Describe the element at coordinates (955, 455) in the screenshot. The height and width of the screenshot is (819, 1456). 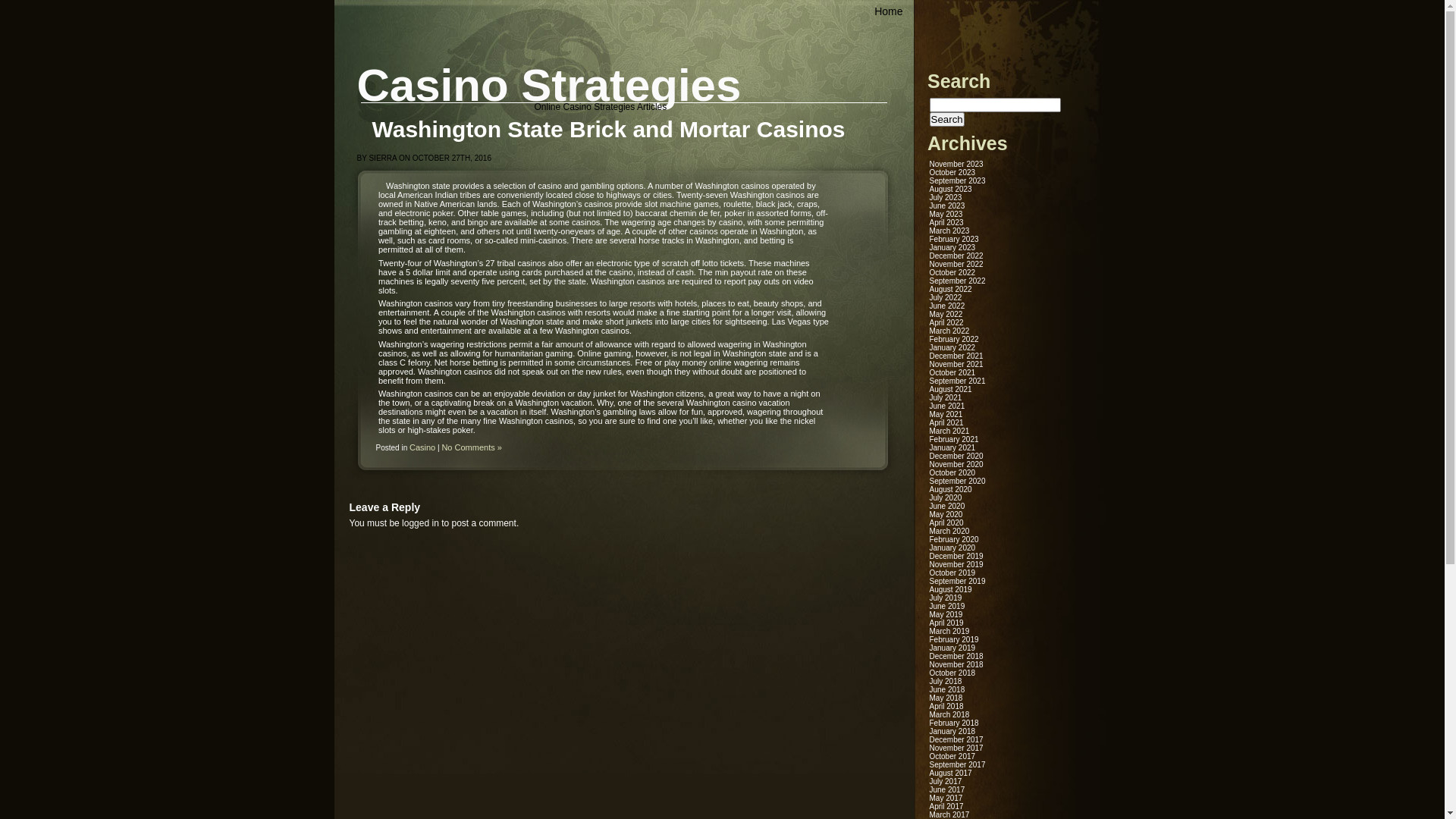
I see `'December 2020'` at that location.